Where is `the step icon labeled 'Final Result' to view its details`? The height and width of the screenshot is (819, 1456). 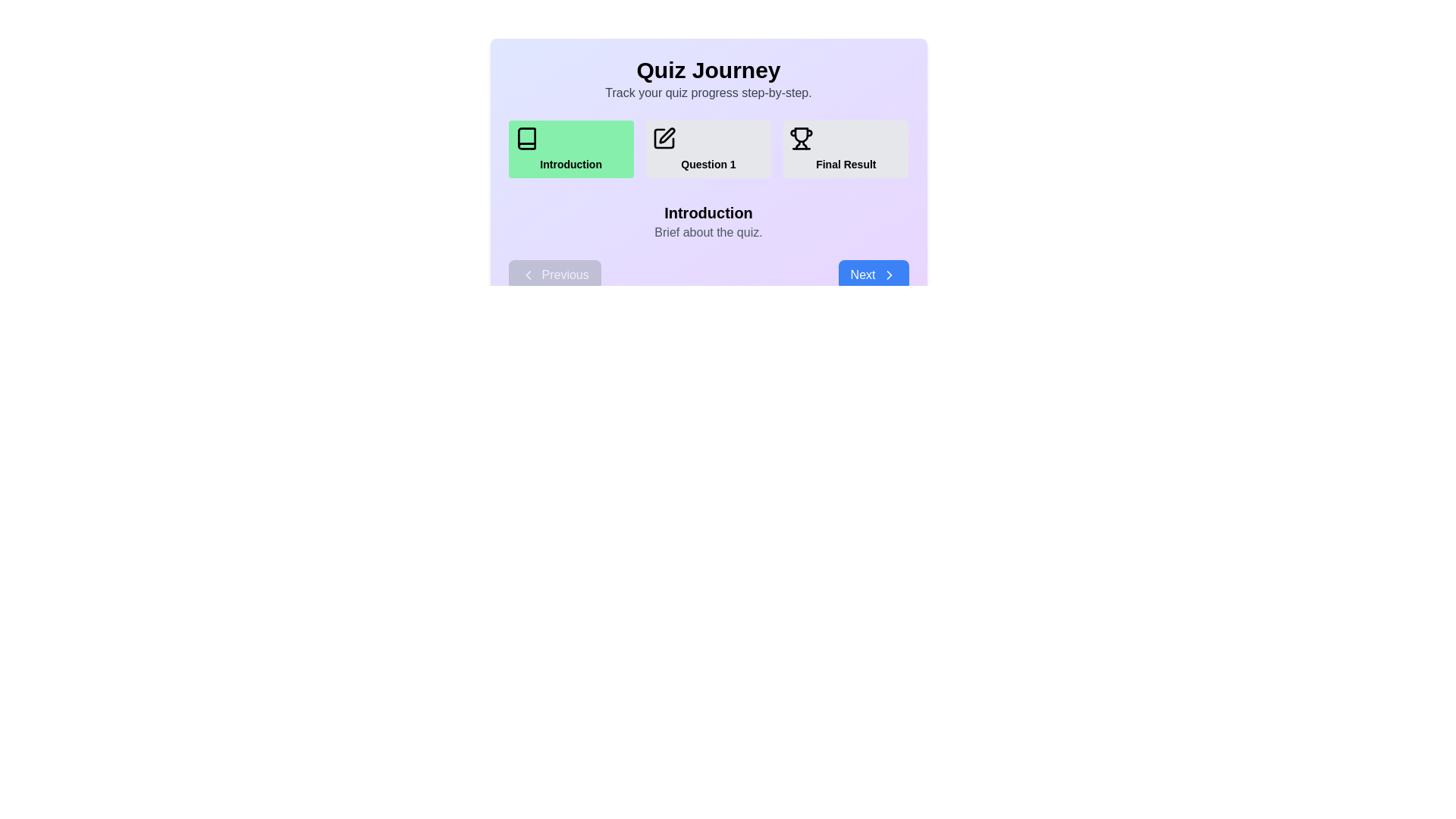
the step icon labeled 'Final Result' to view its details is located at coordinates (846, 149).